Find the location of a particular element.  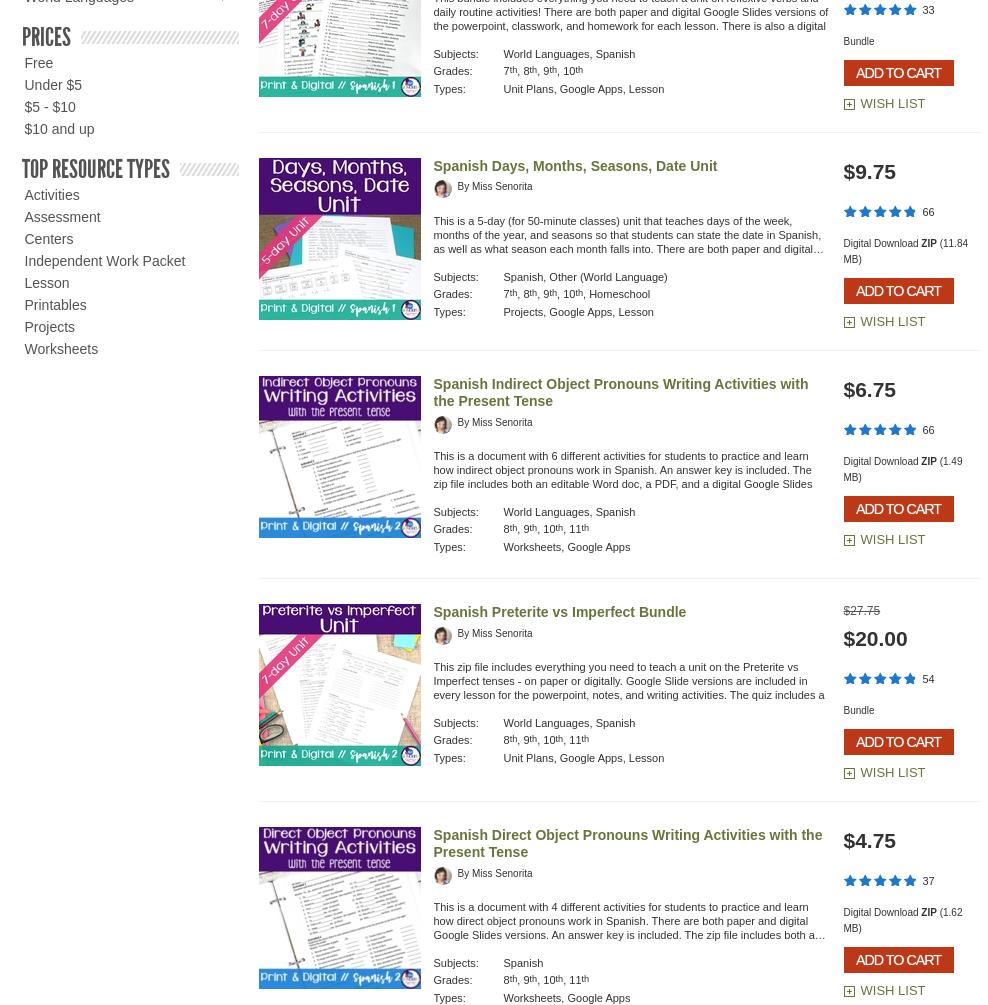

'$20.00' is located at coordinates (873, 637).